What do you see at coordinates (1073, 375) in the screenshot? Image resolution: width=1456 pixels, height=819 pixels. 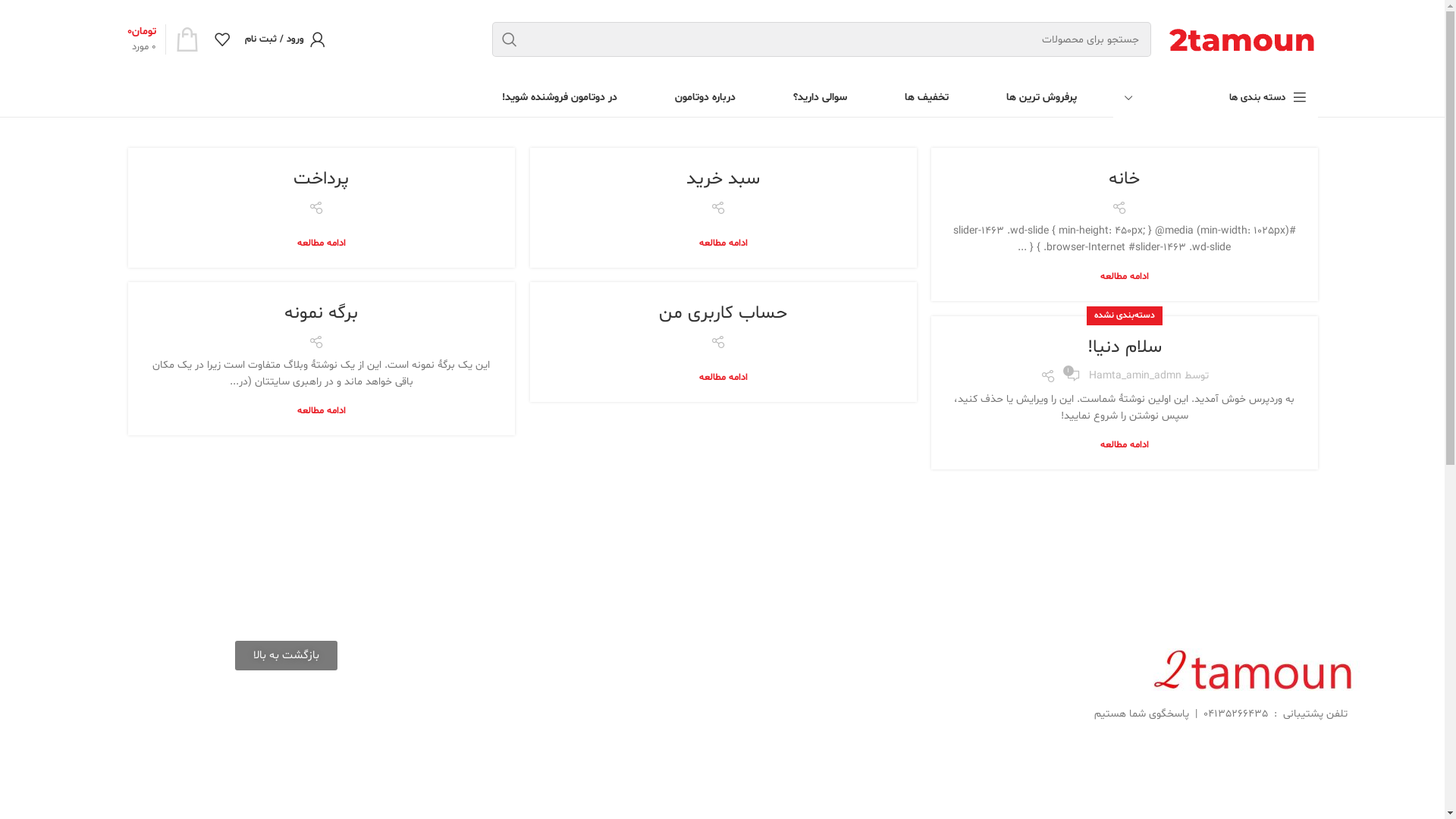 I see `'1'` at bounding box center [1073, 375].